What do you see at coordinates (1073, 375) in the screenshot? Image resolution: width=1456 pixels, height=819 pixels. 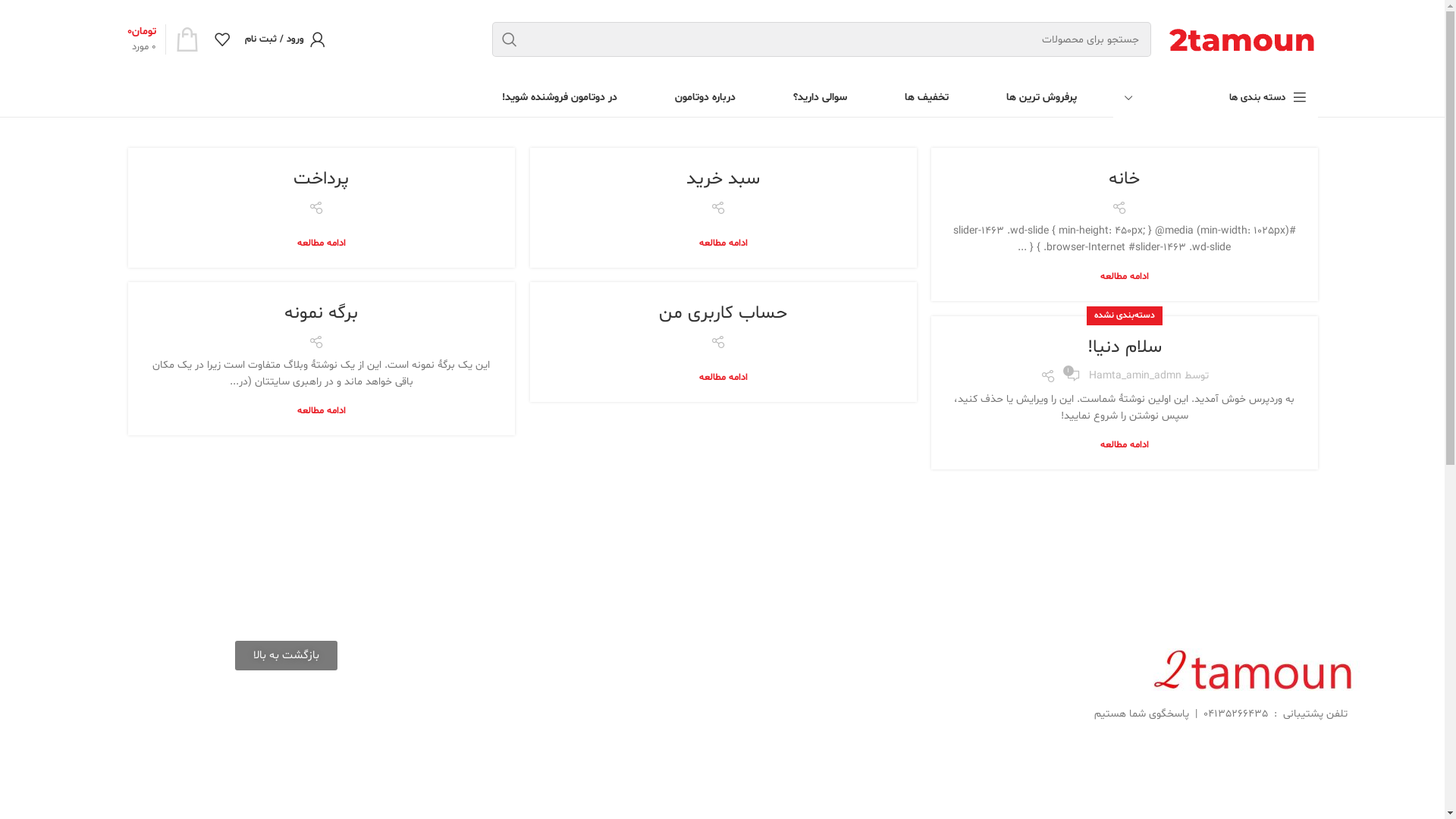 I see `'1'` at bounding box center [1073, 375].